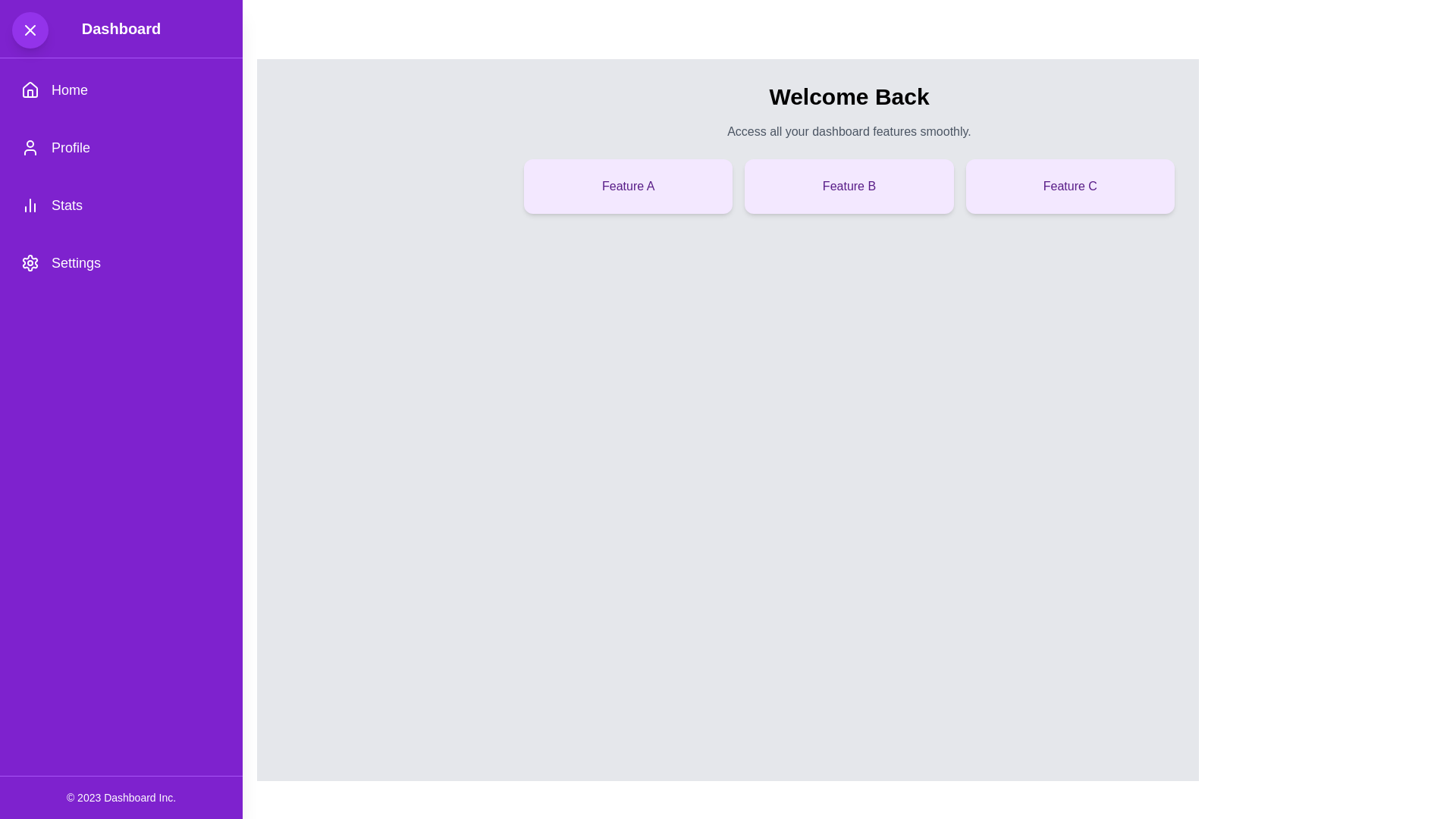 This screenshot has width=1456, height=819. What do you see at coordinates (55, 90) in the screenshot?
I see `the 'Home' button located in the left sidebar, which features a house icon and is styled with rounded corners` at bounding box center [55, 90].